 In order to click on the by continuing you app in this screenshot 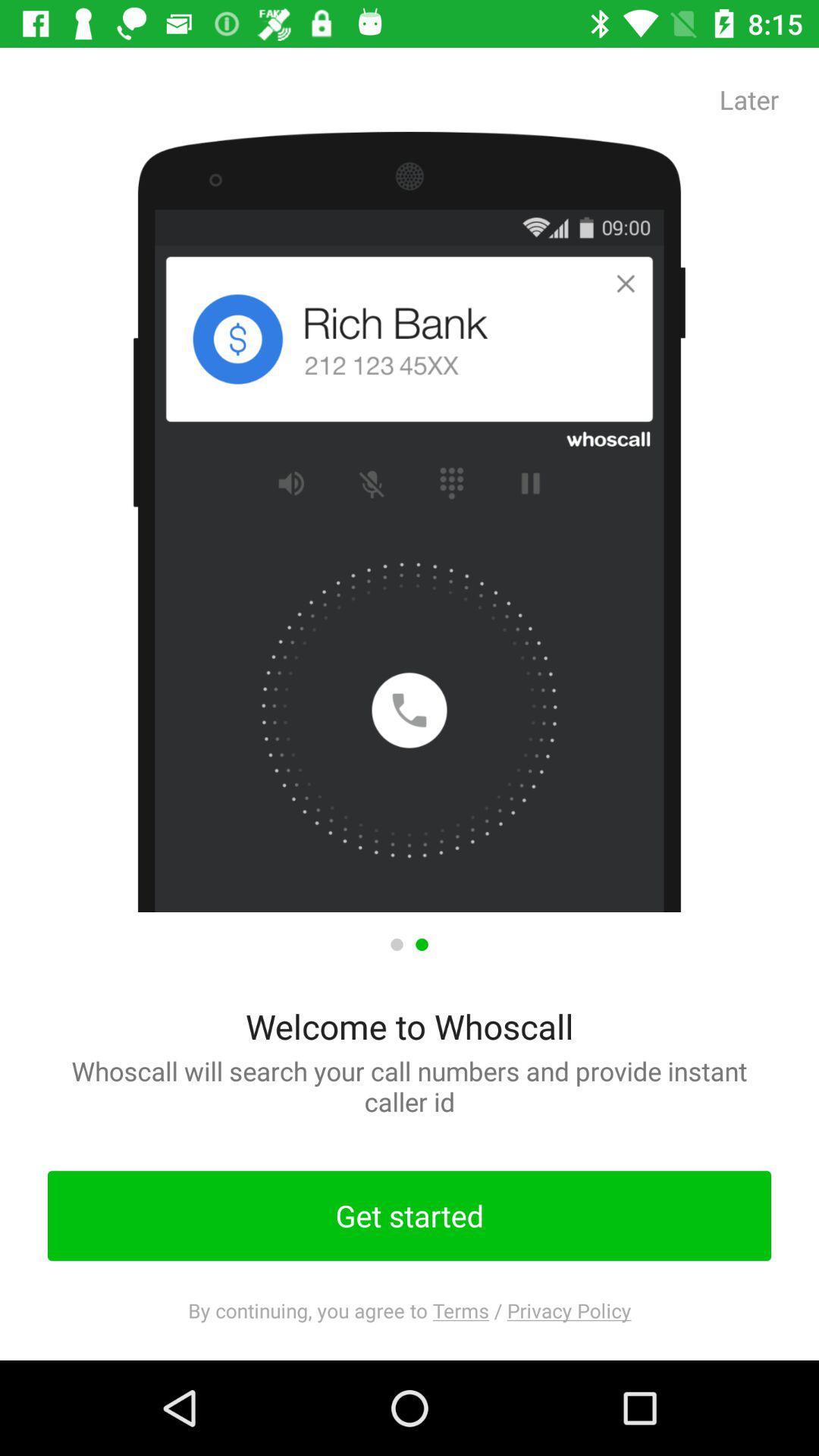, I will do `click(409, 1310)`.